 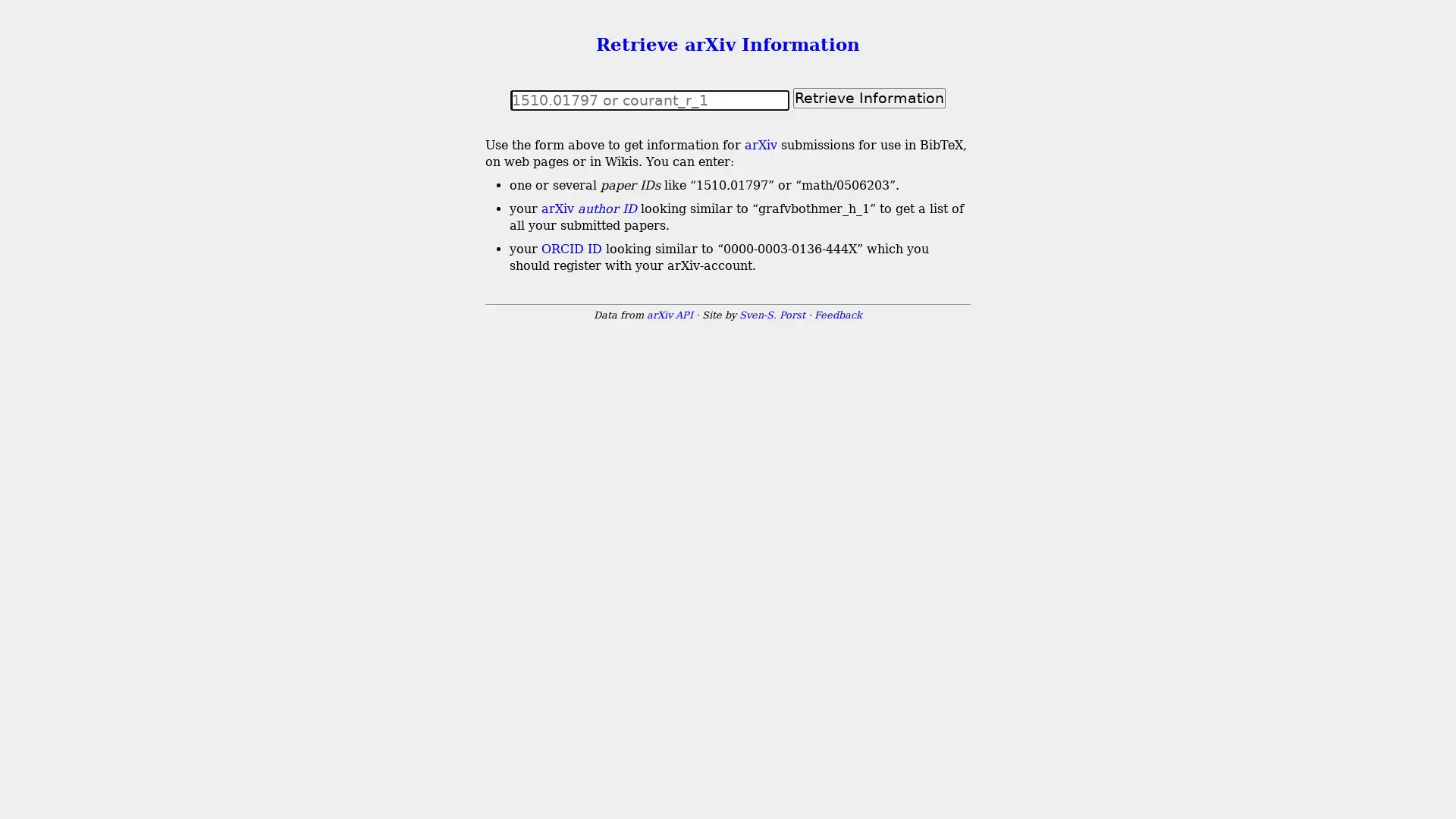 I want to click on Retrieve Information, so click(x=869, y=97).